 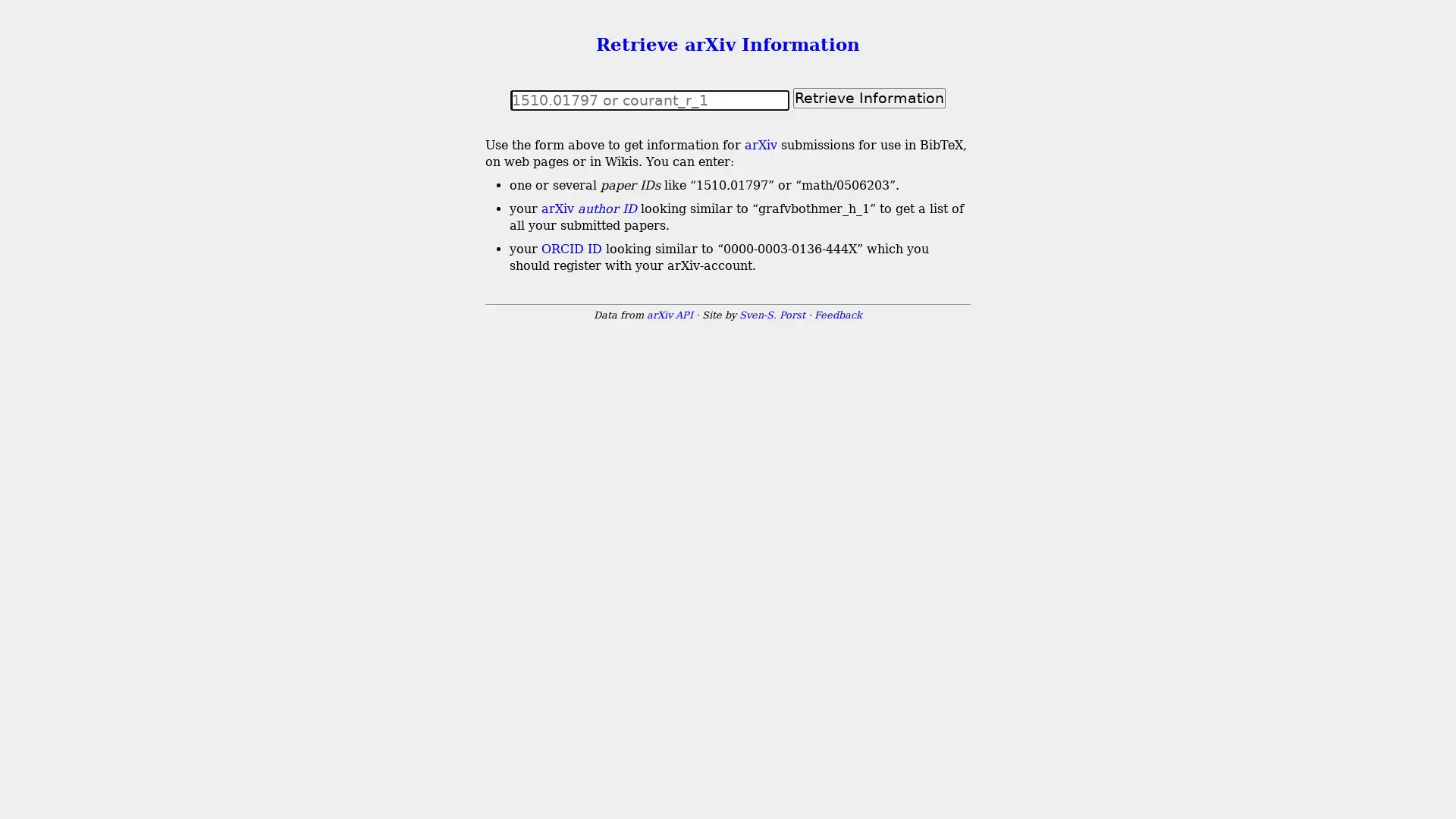 I want to click on Retrieve Information, so click(x=869, y=97).